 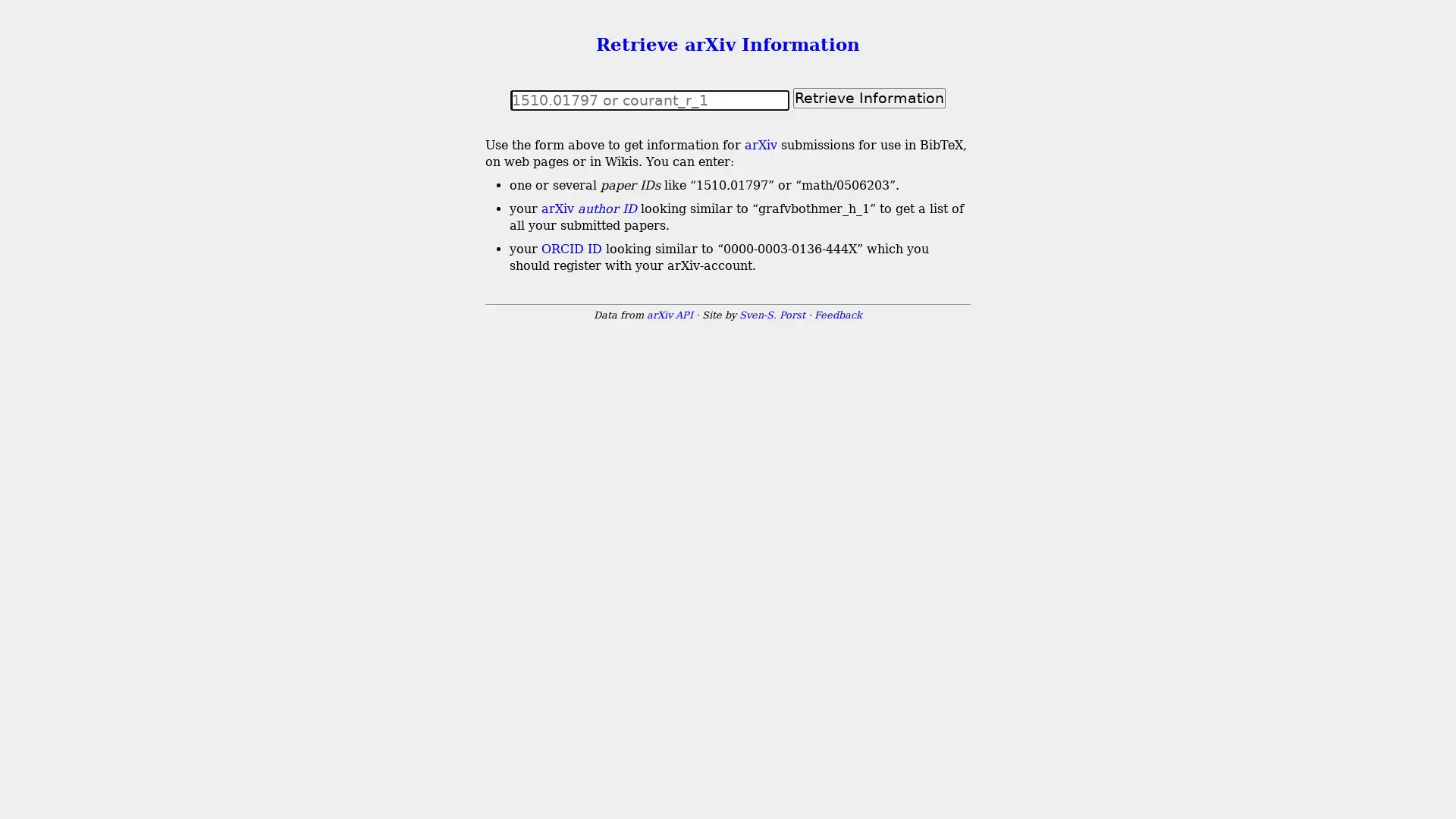 I want to click on Retrieve Information, so click(x=869, y=97).